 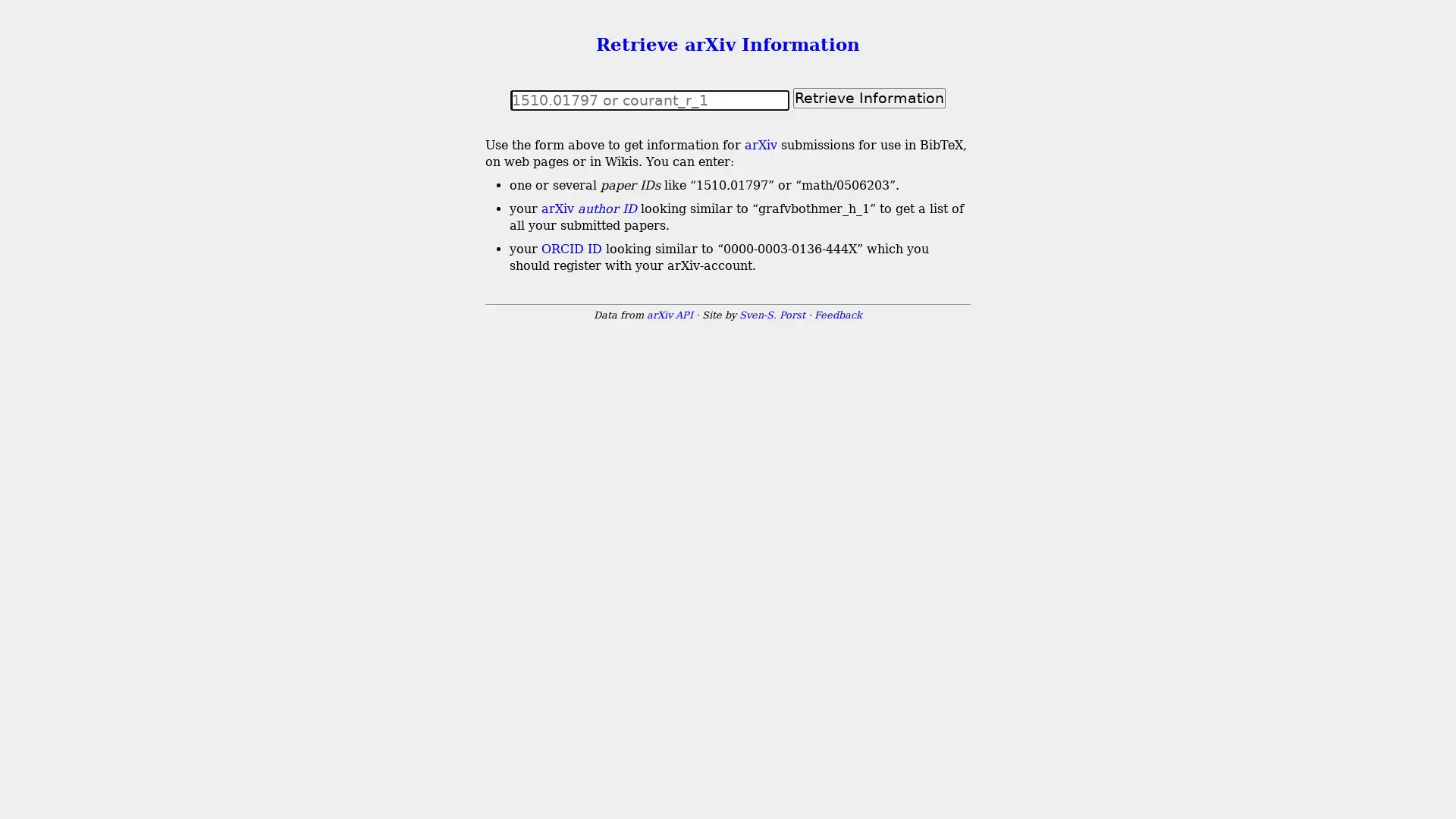 I want to click on Retrieve Information, so click(x=869, y=97).